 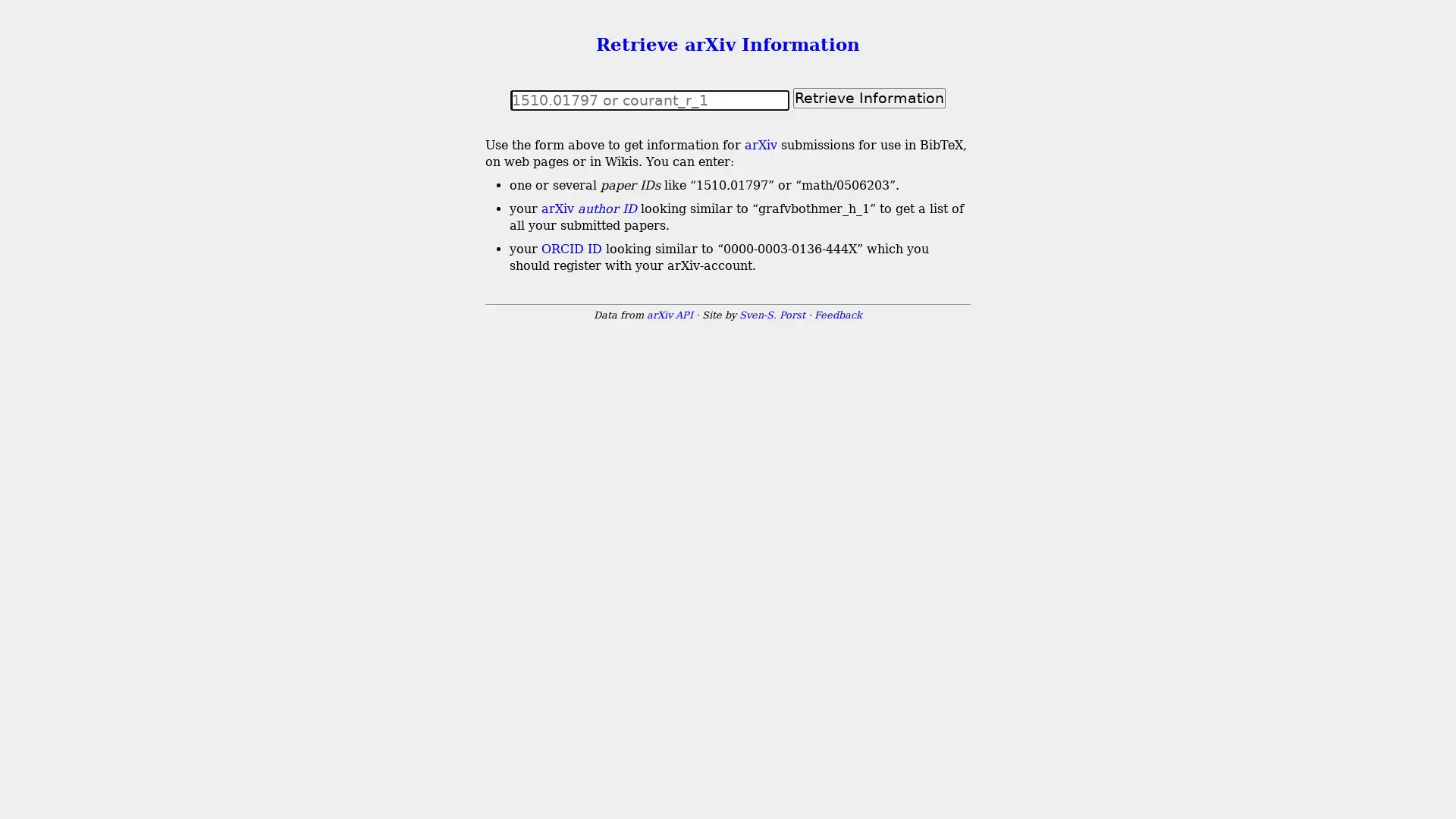 I want to click on Retrieve Information, so click(x=869, y=97).